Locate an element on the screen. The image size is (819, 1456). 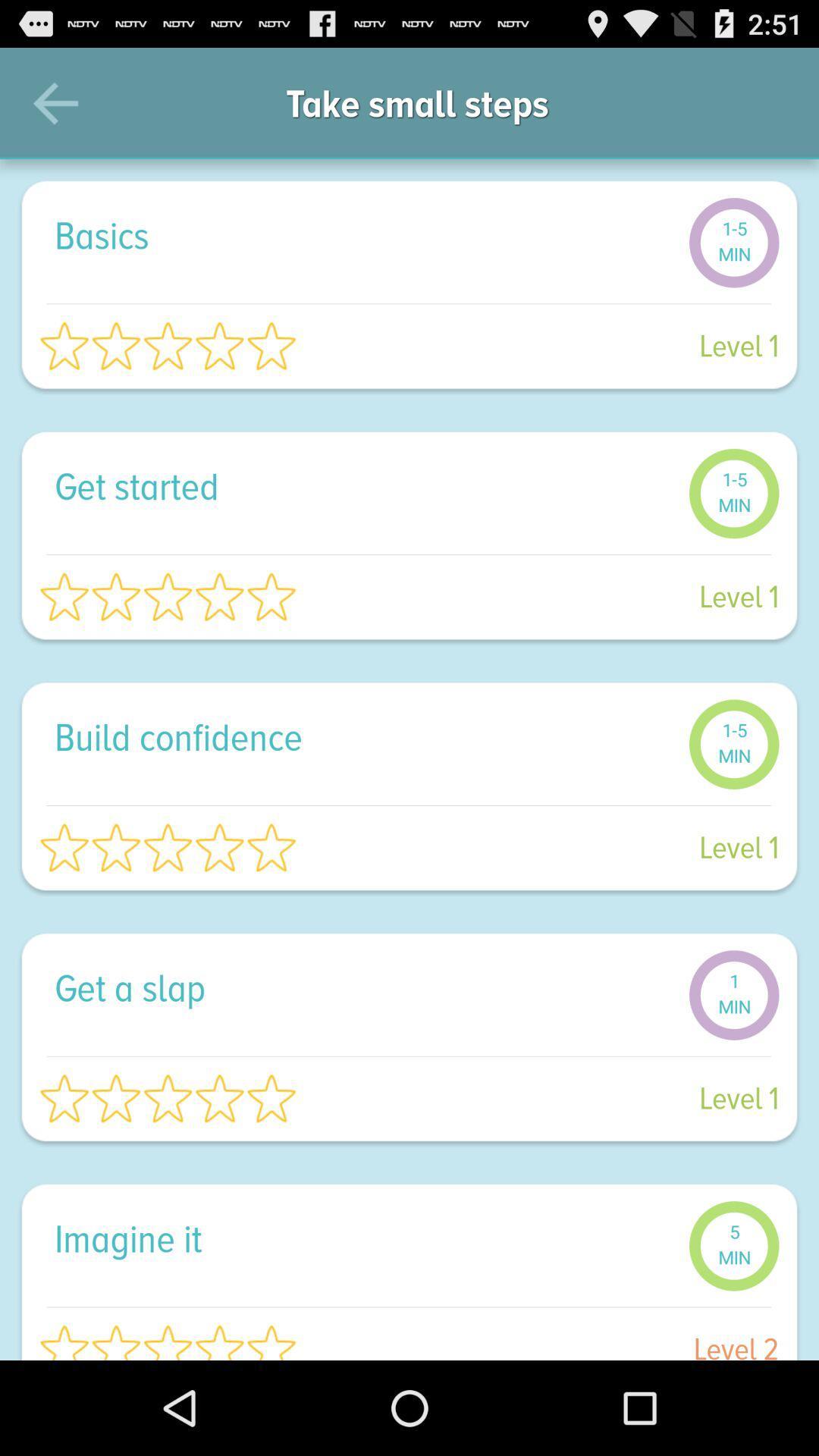
get a slap item is located at coordinates (363, 987).